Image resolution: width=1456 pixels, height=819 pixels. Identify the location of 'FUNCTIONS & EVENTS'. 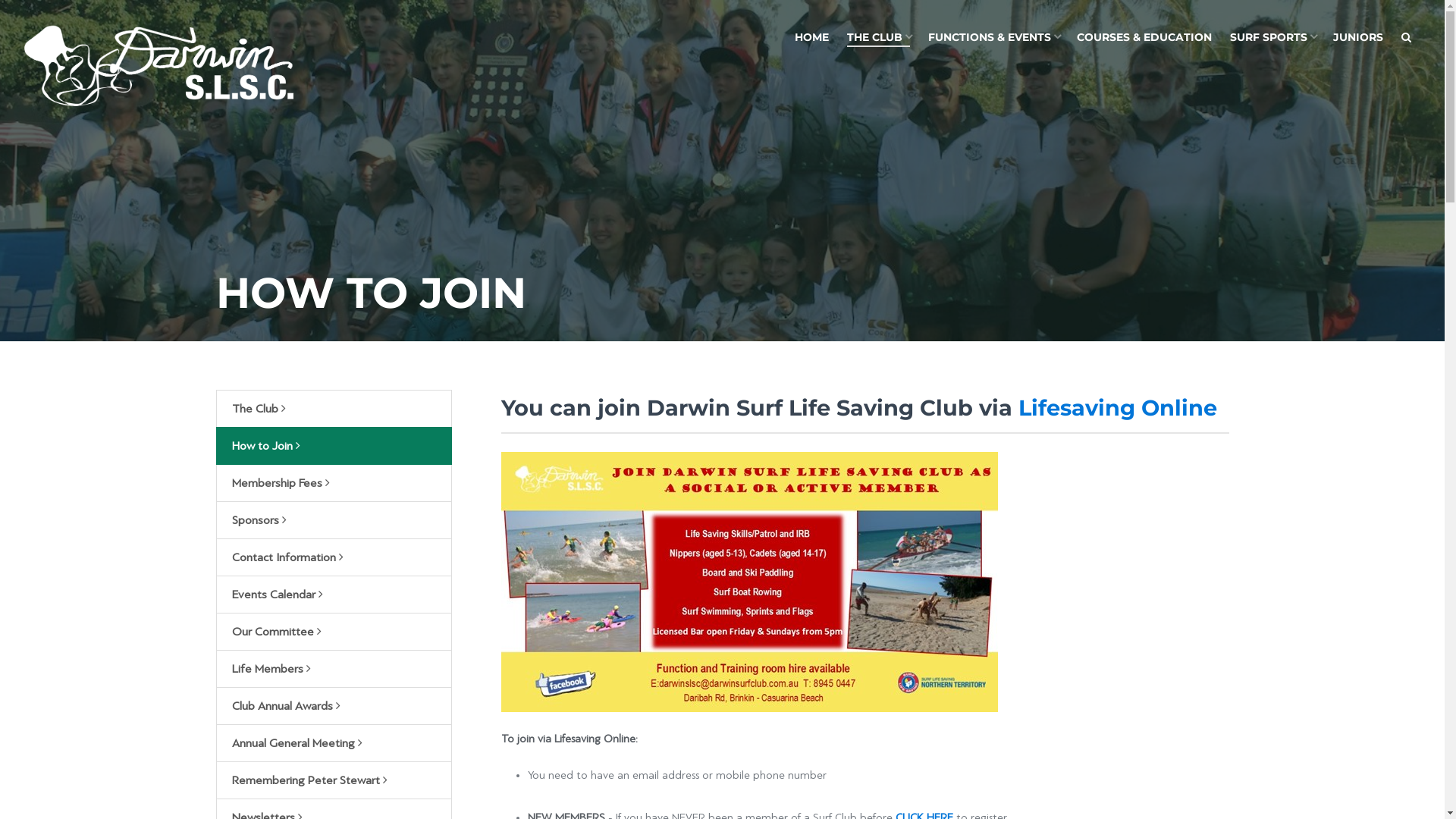
(993, 36).